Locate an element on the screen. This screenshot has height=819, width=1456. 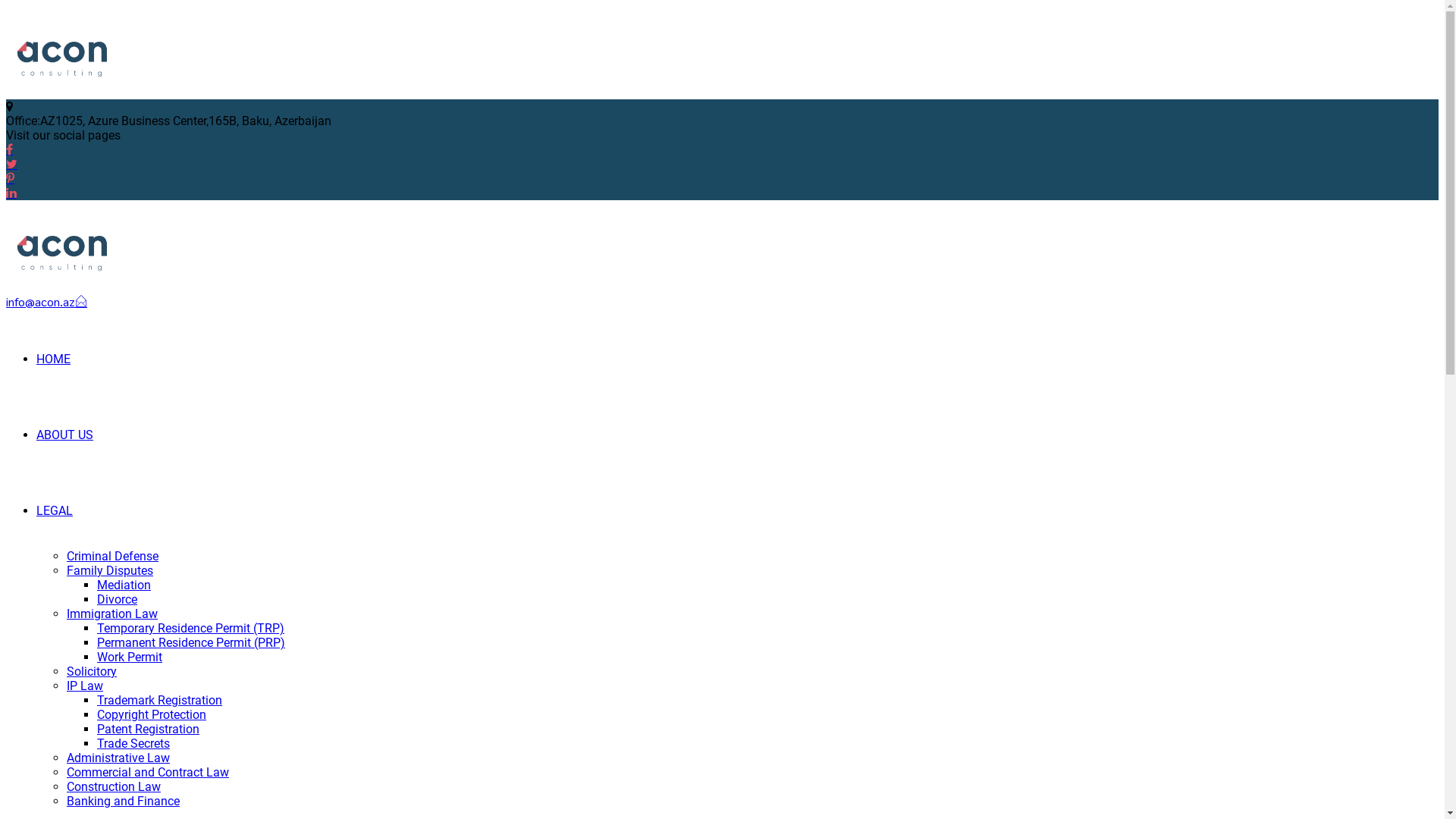
'Divorce' is located at coordinates (116, 598).